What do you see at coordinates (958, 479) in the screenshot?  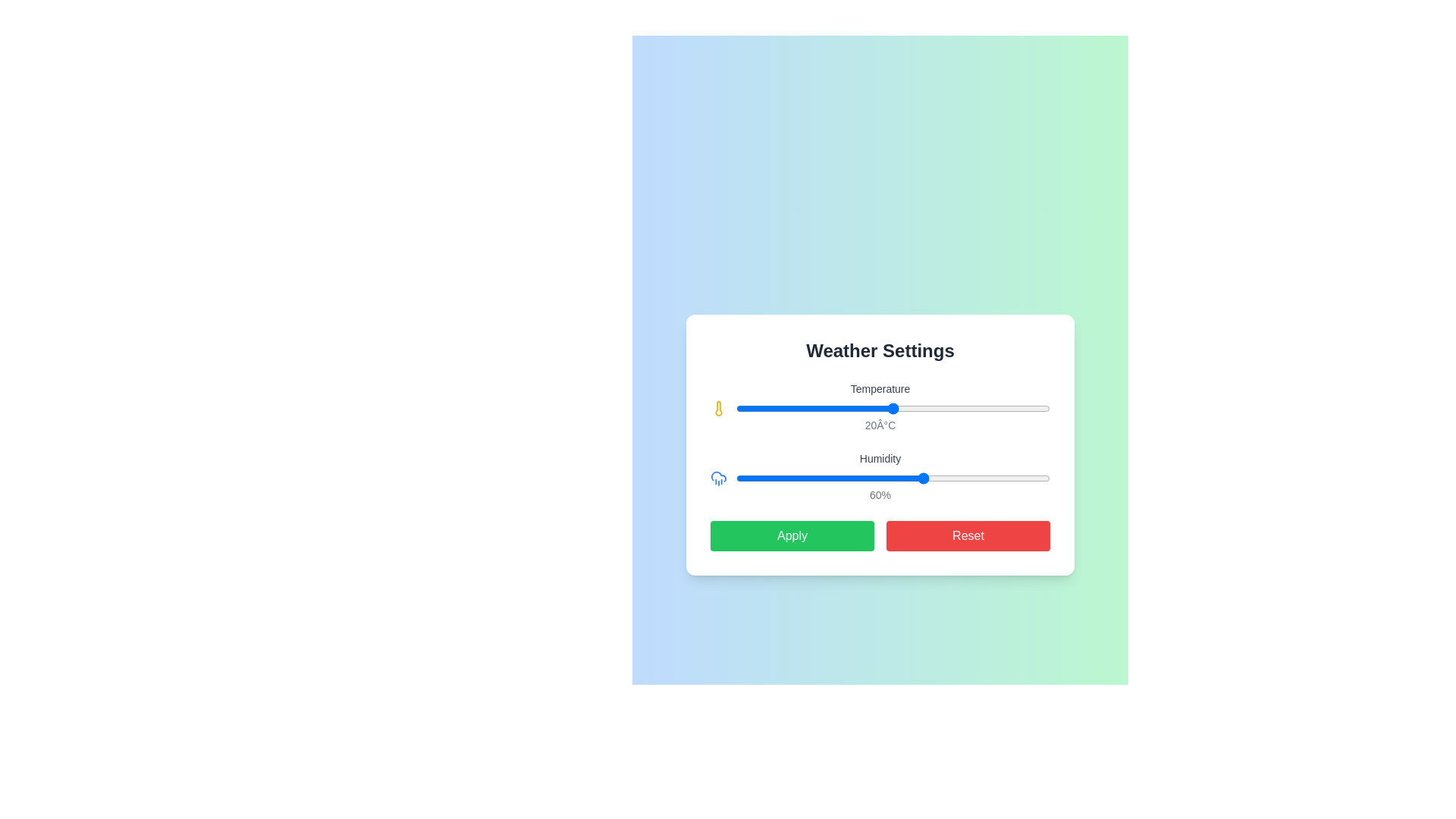 I see `humidity` at bounding box center [958, 479].